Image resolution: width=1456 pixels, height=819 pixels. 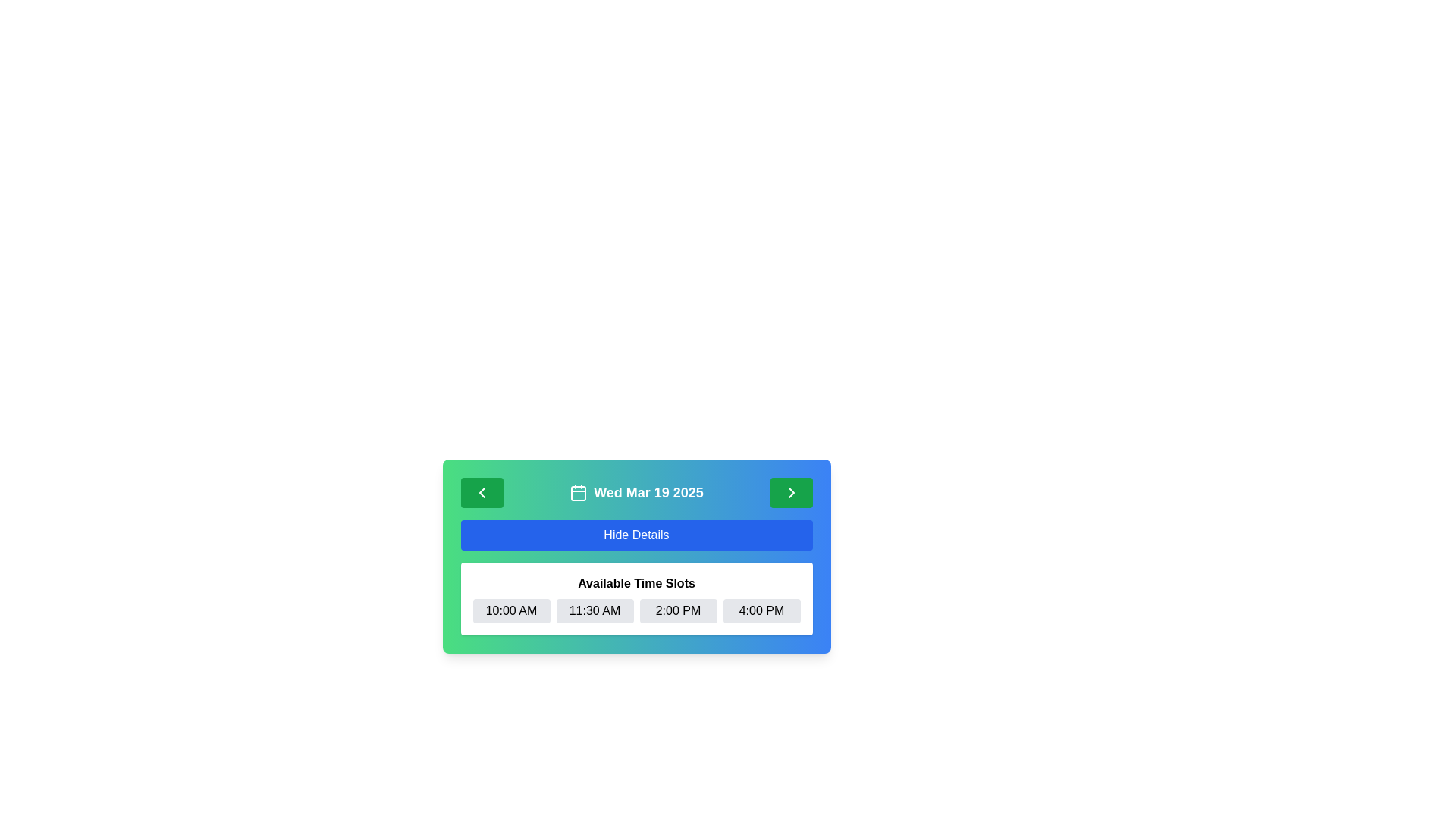 What do you see at coordinates (481, 493) in the screenshot?
I see `the left-facing chevron icon within the rounded green button located on the far left of the header section of the calendar component` at bounding box center [481, 493].